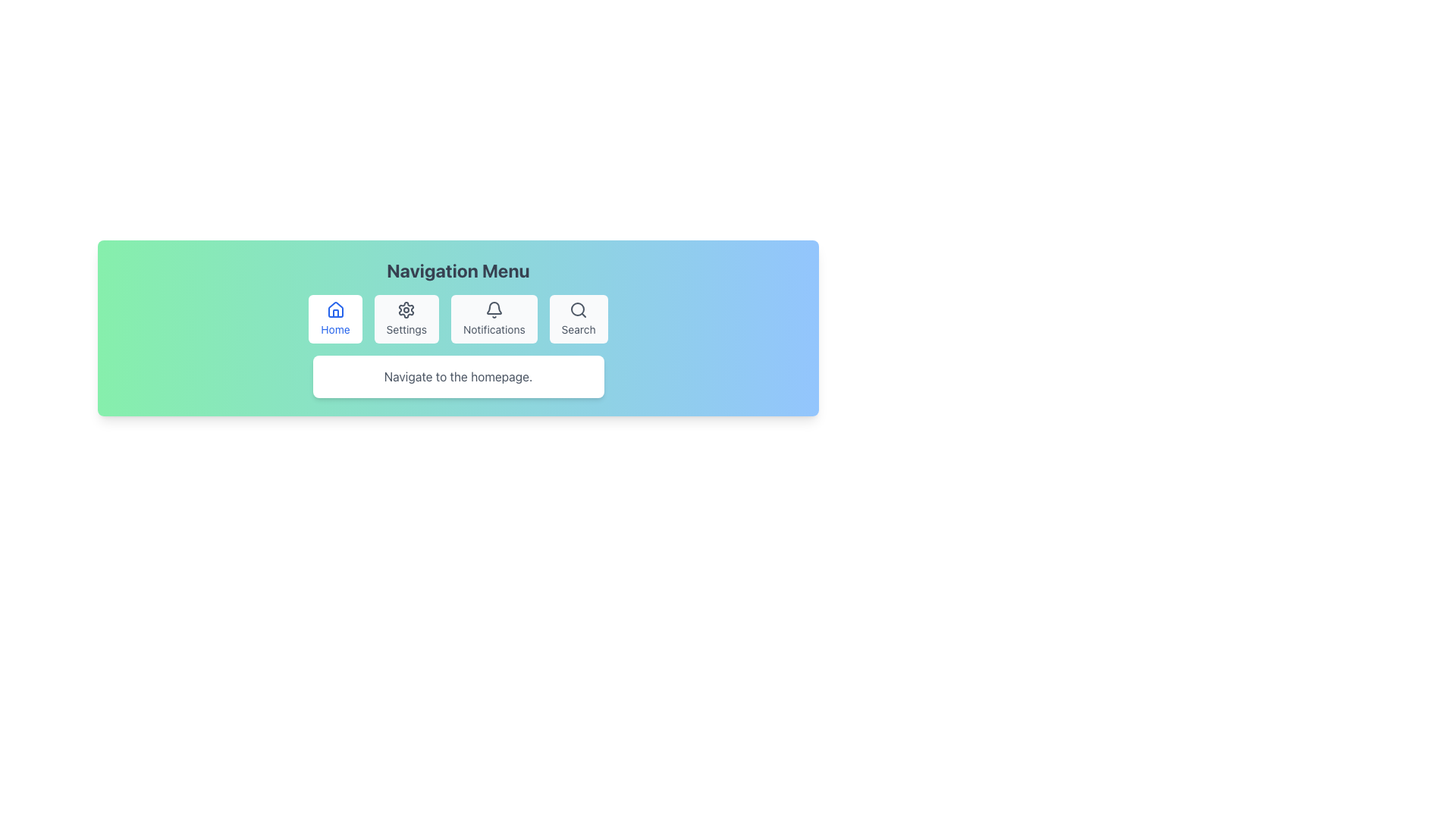  I want to click on the 'Settings' button in the navigation menu, which is the second button from the left, to access the settings options, so click(406, 309).